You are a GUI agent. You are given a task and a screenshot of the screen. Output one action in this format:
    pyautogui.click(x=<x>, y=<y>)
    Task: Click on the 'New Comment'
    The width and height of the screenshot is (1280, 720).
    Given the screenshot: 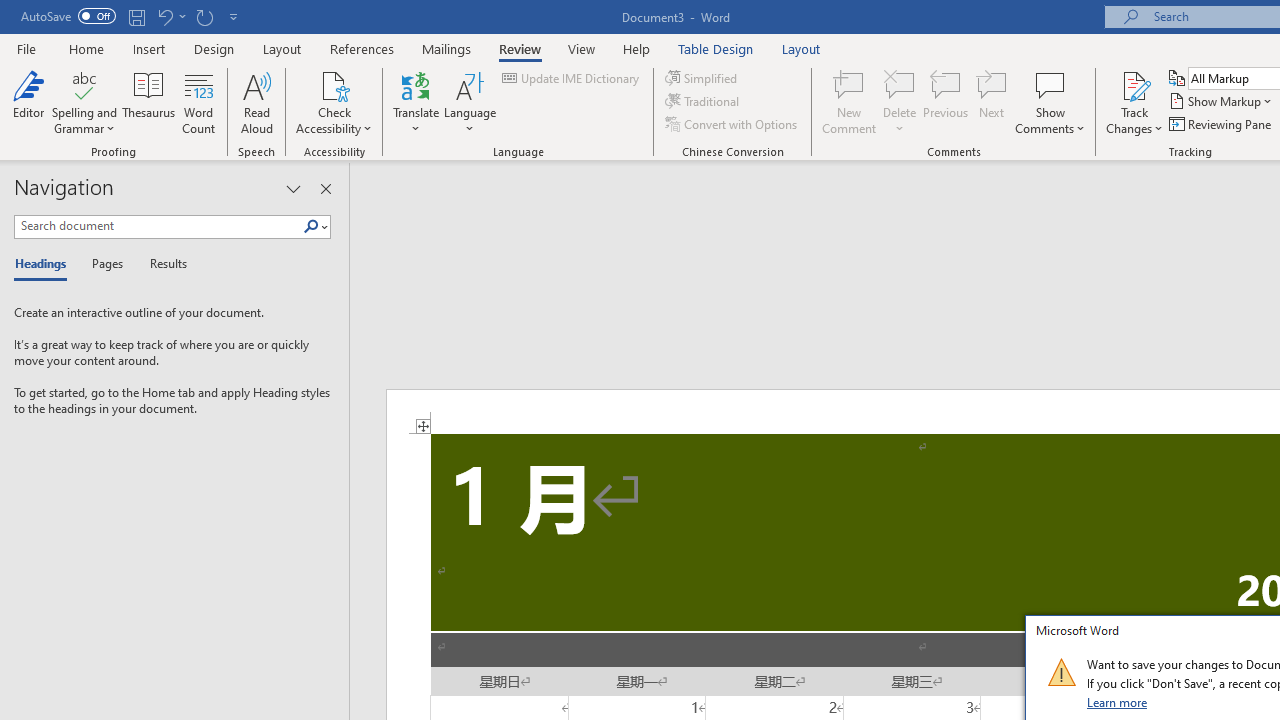 What is the action you would take?
    pyautogui.click(x=849, y=103)
    